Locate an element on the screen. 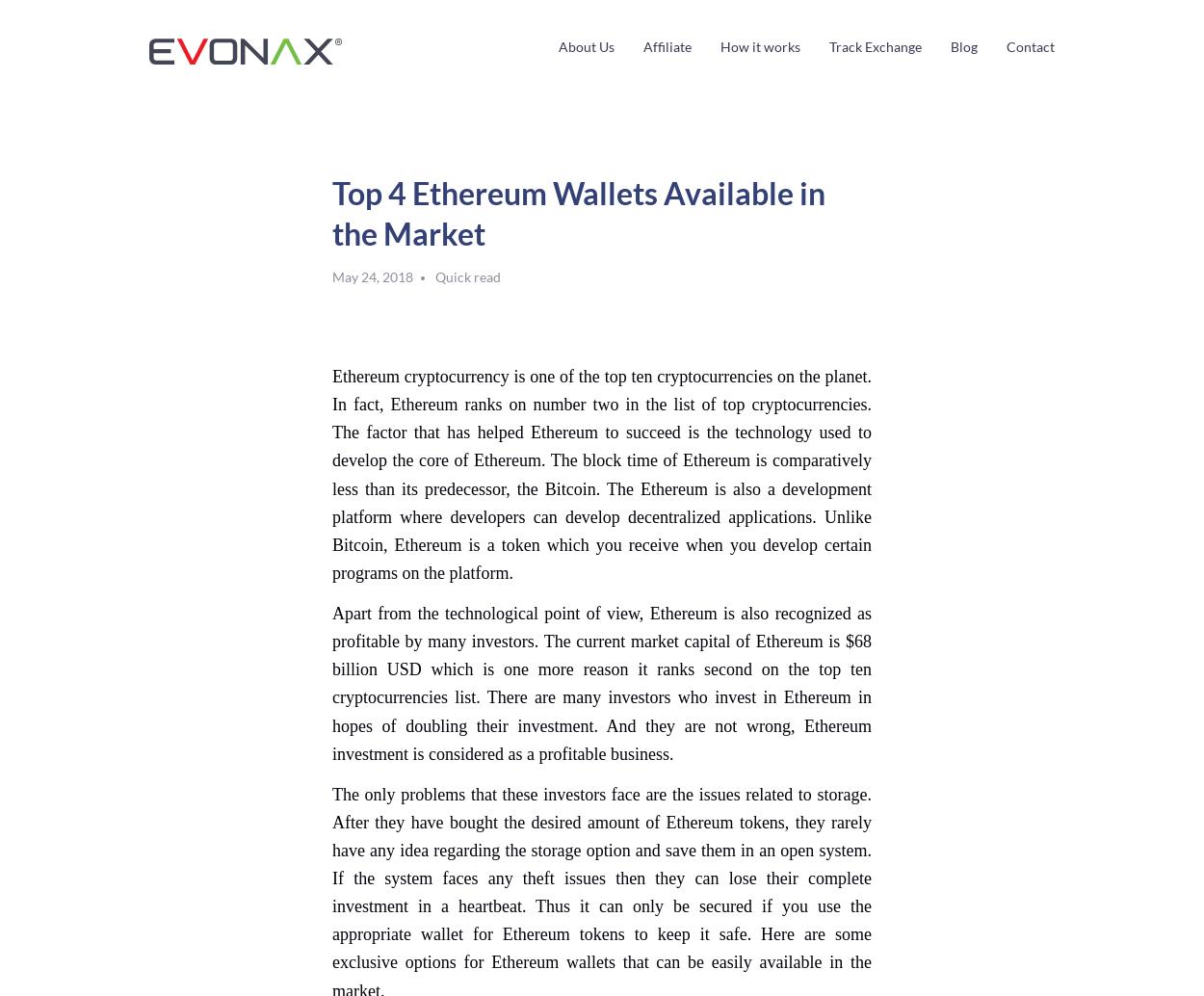  'May 24, 2018' is located at coordinates (373, 275).